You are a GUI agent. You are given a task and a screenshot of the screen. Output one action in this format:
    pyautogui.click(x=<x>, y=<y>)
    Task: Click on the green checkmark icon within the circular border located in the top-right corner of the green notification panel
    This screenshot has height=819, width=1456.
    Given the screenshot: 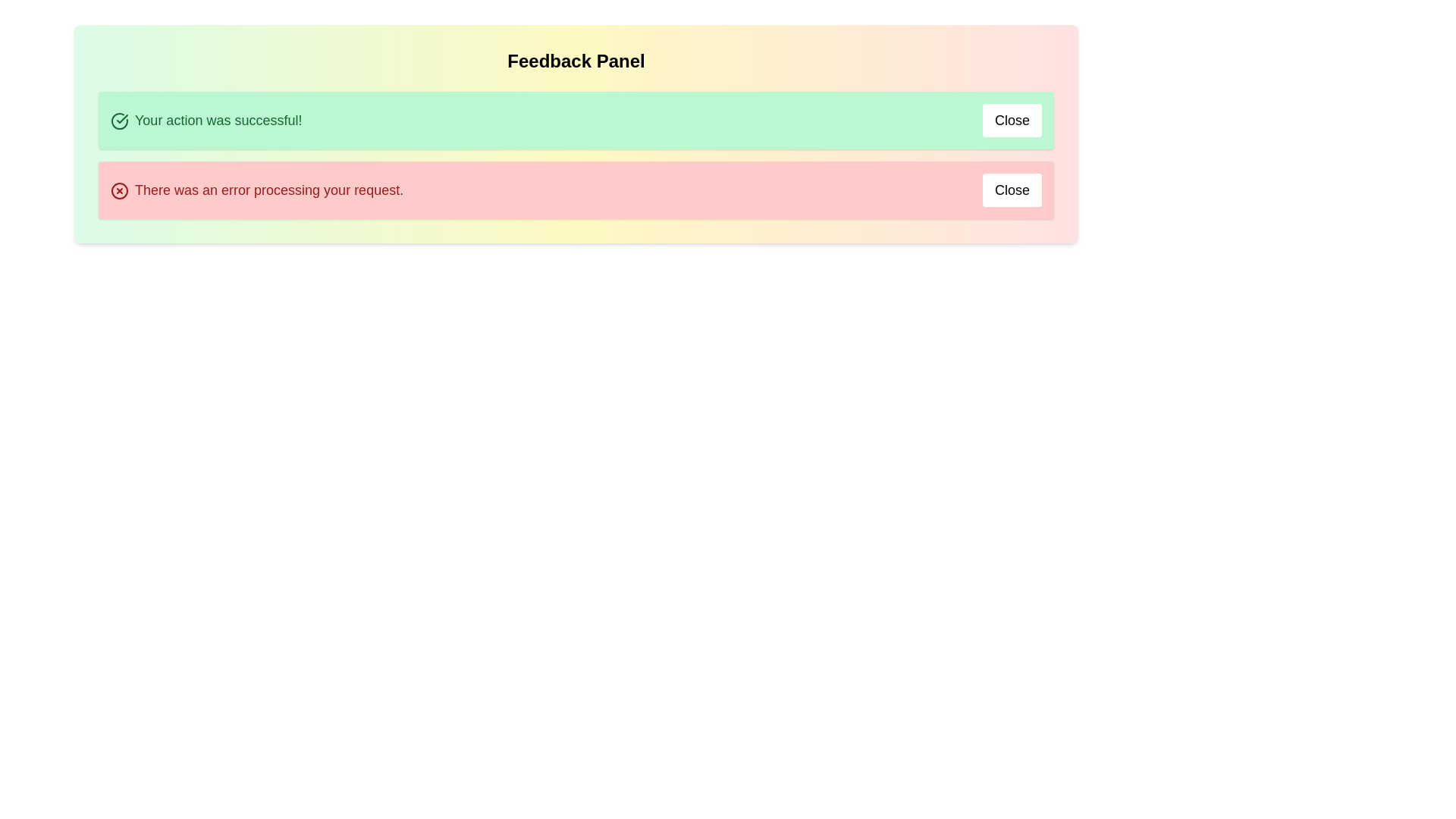 What is the action you would take?
    pyautogui.click(x=122, y=118)
    